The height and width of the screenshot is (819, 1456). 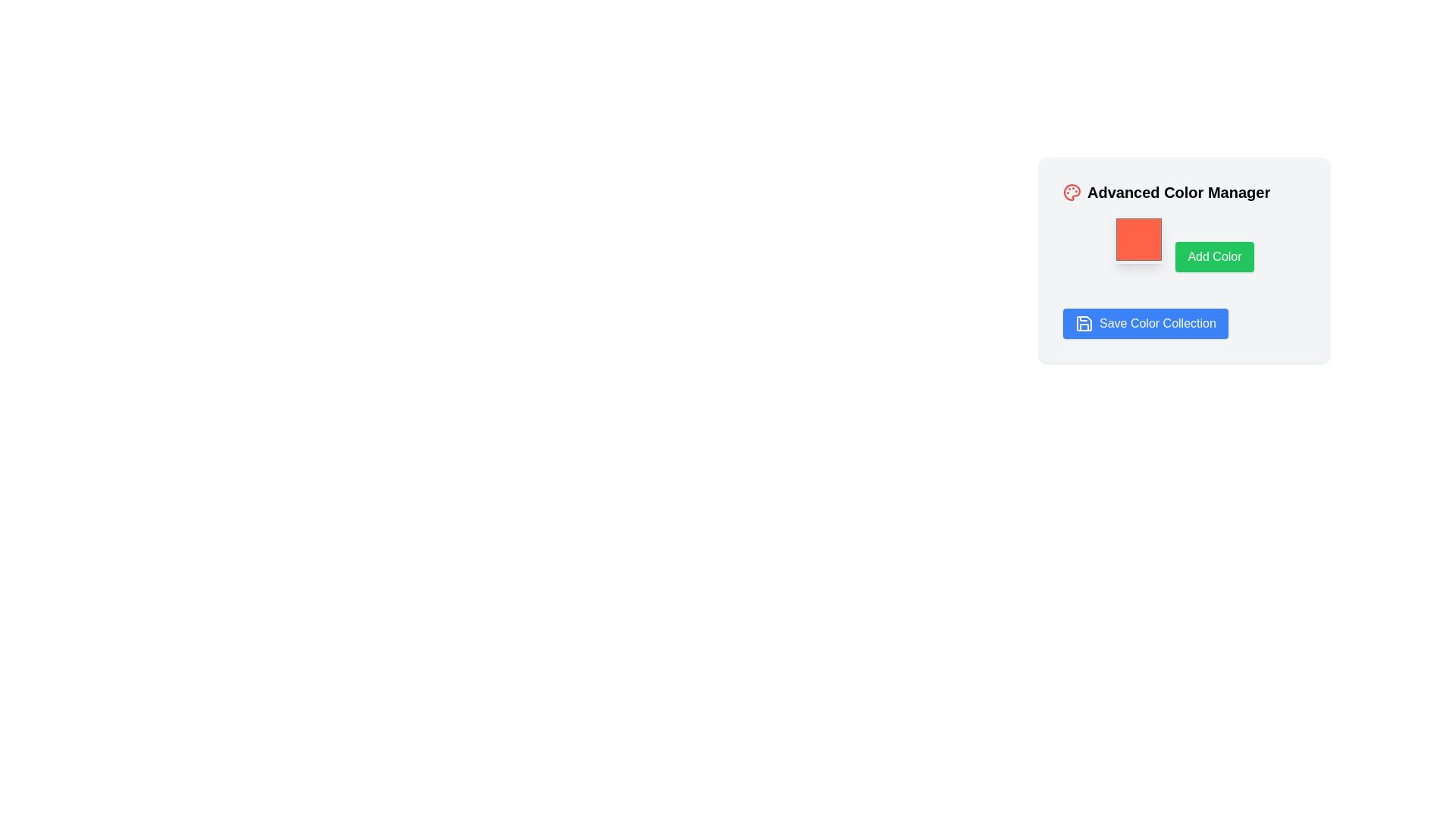 What do you see at coordinates (1145, 323) in the screenshot?
I see `the 'Save Color Collection' button, which has a blue background and white text, located at the bottom of the 'Advanced Color Manager' interface` at bounding box center [1145, 323].